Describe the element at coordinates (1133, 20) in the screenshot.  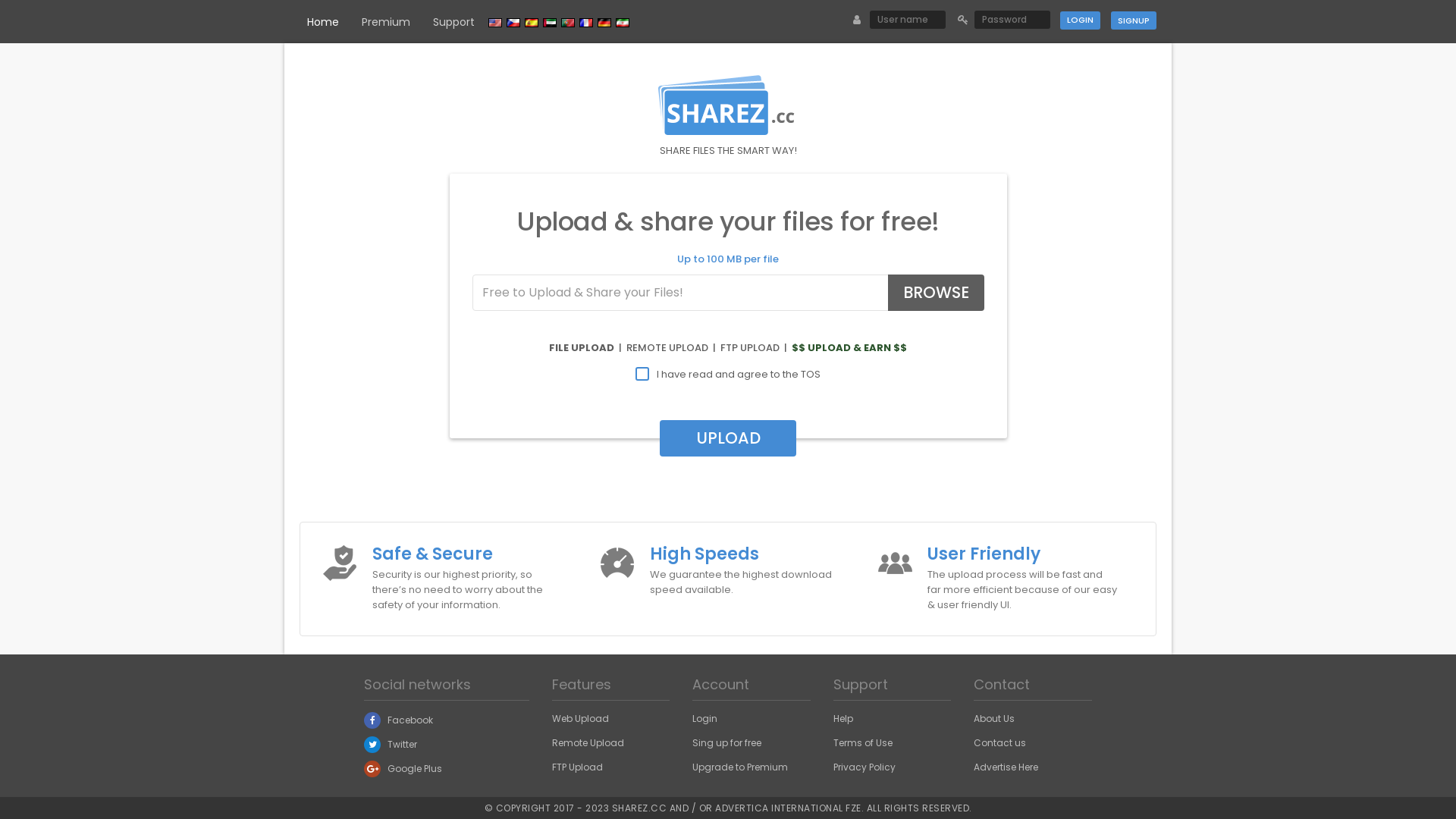
I see `'SIGNUP'` at that location.